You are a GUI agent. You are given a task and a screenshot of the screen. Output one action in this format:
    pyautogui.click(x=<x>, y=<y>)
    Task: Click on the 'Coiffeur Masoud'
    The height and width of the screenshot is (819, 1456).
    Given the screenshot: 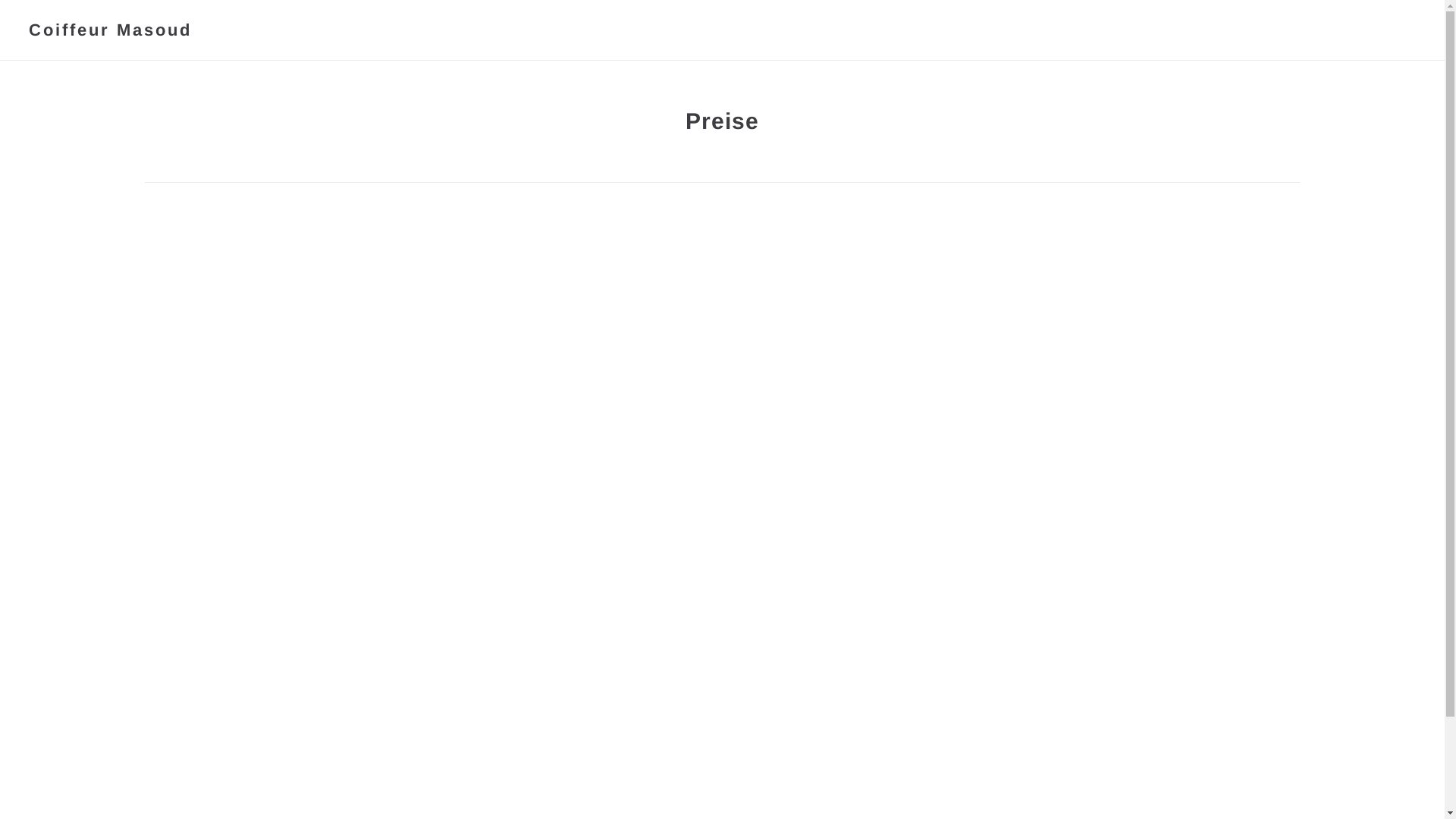 What is the action you would take?
    pyautogui.click(x=109, y=29)
    